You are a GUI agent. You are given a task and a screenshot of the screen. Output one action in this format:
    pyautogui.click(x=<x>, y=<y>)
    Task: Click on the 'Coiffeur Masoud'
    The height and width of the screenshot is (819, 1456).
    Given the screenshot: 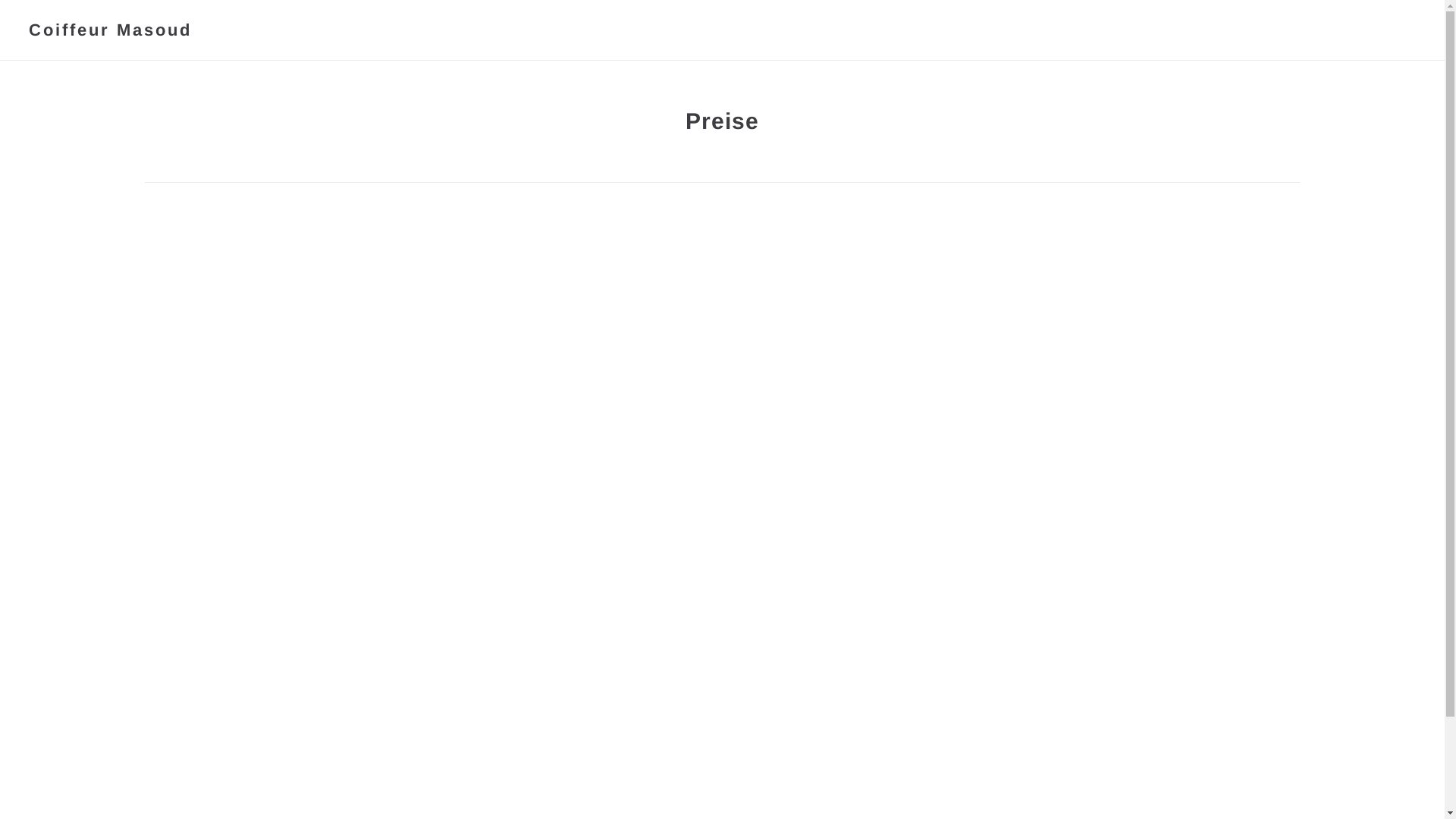 What is the action you would take?
    pyautogui.click(x=109, y=29)
    